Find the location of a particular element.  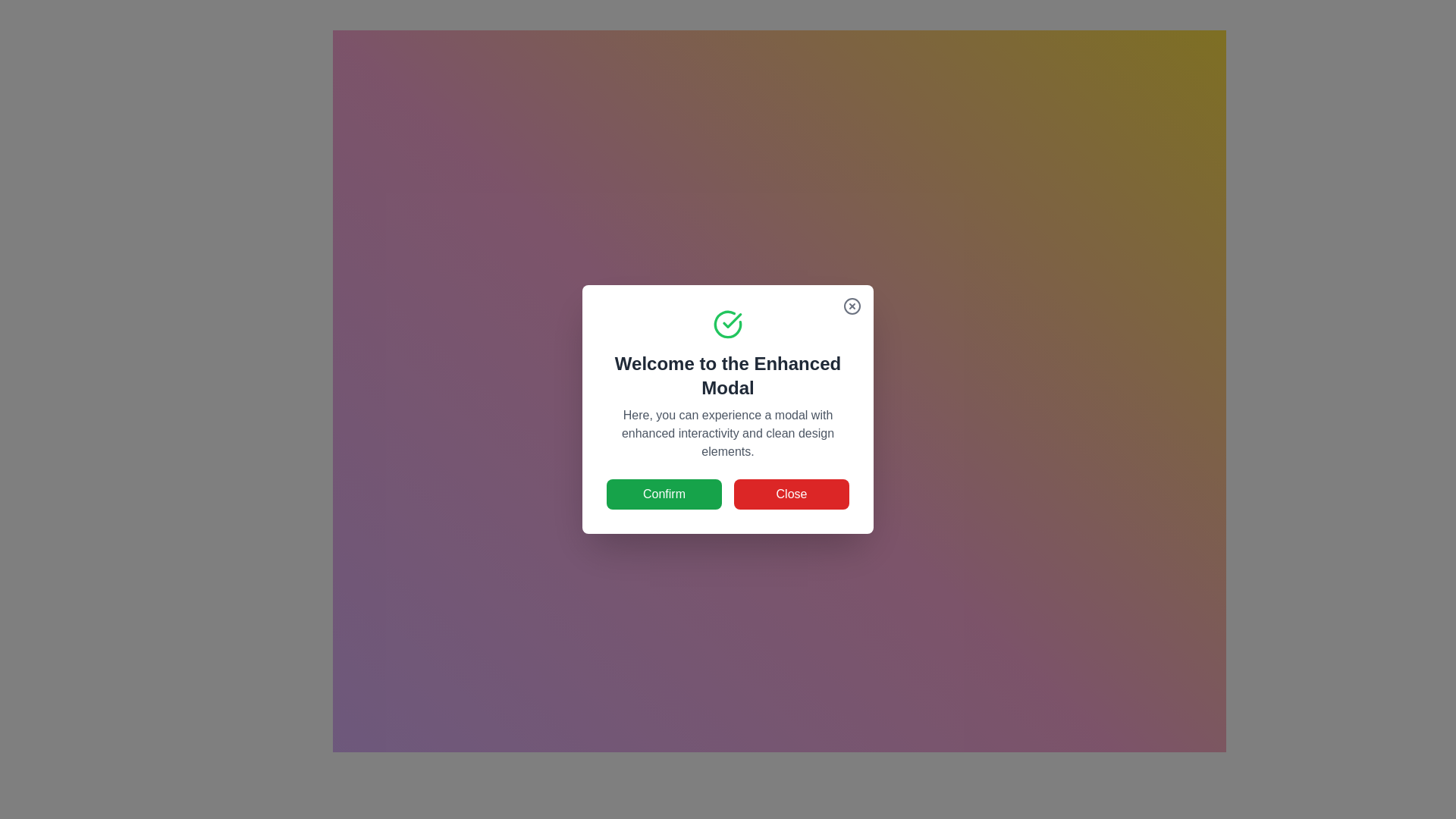

the title text element located centrally in the modal window, positioned below a green checkmark icon and above a descriptive text block is located at coordinates (728, 375).